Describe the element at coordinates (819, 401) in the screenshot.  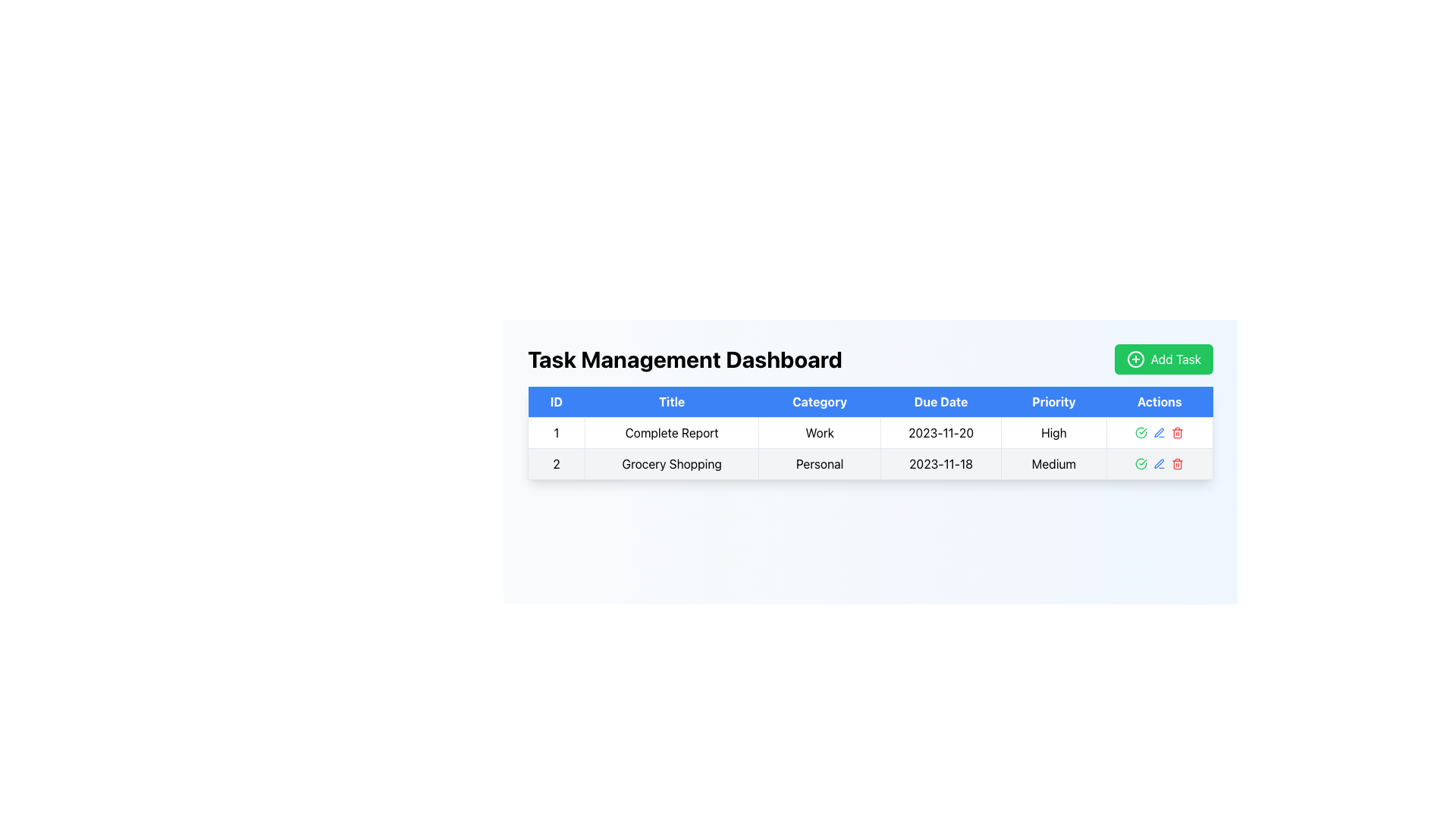
I see `text content of the Table Header Cell displaying 'Category', which is the third element in the header row of the table` at that location.